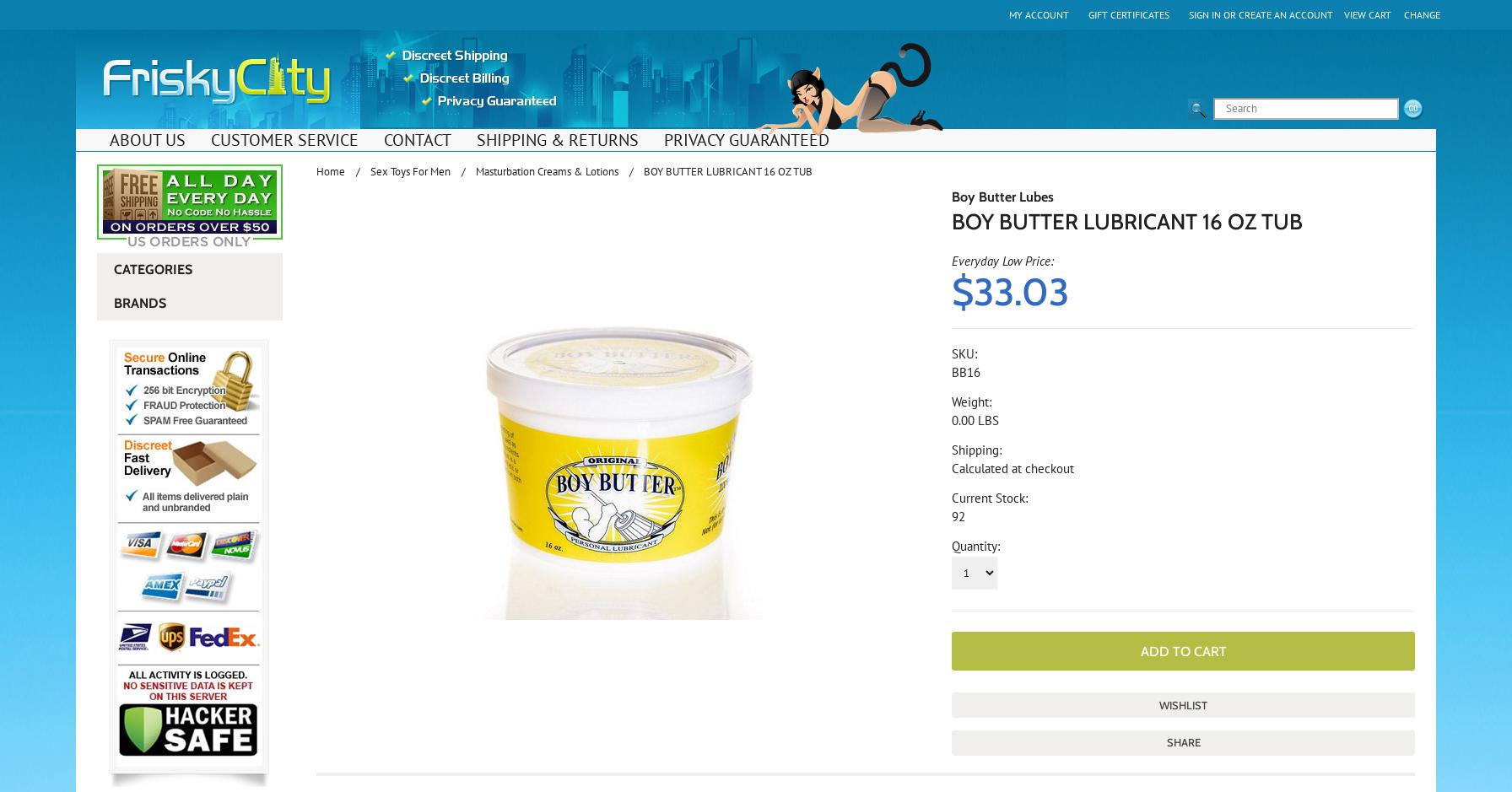 This screenshot has height=792, width=1512. I want to click on 'Quantity:', so click(975, 545).